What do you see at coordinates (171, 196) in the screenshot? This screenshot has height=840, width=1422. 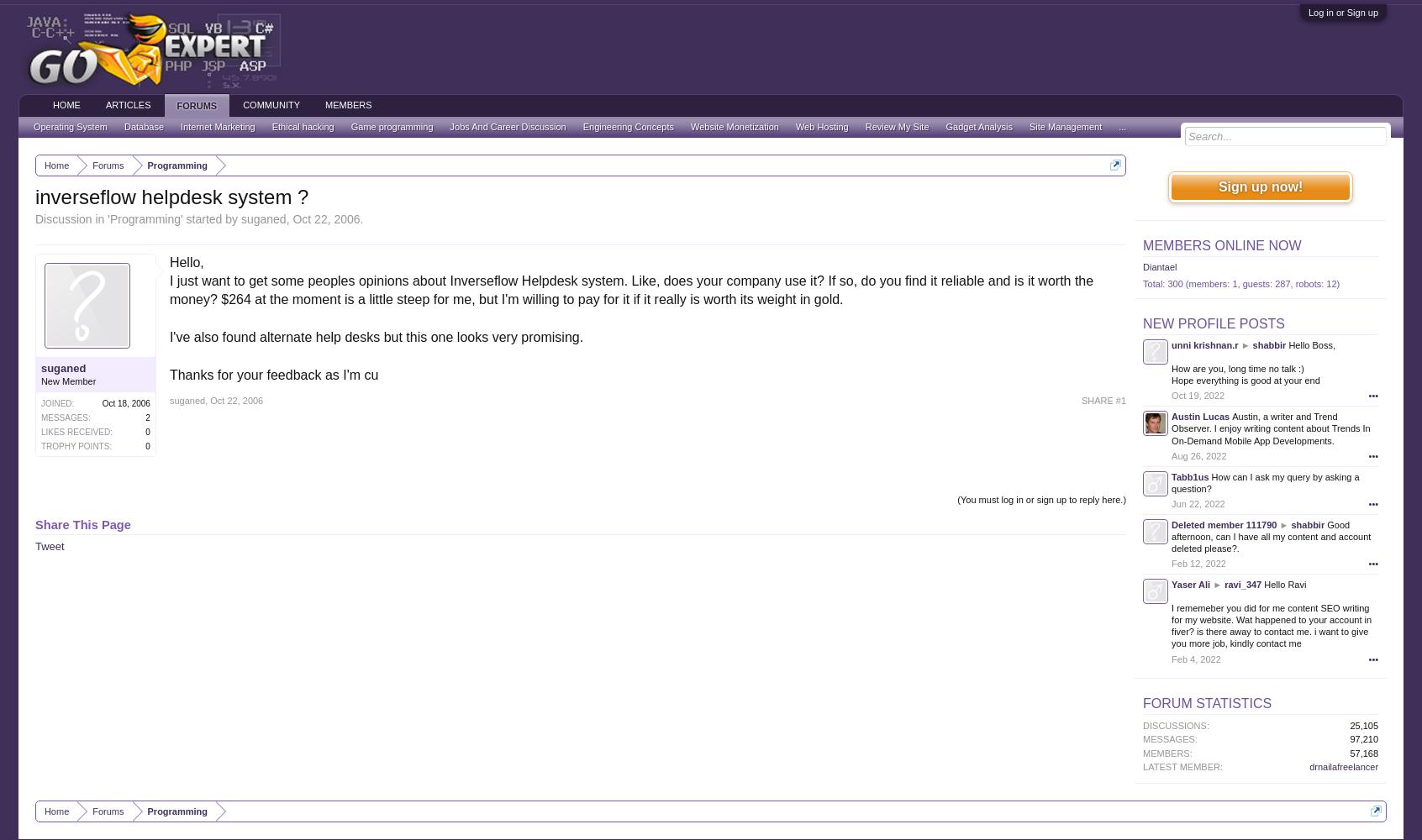 I see `'inverseflow helpdesk system ?'` at bounding box center [171, 196].